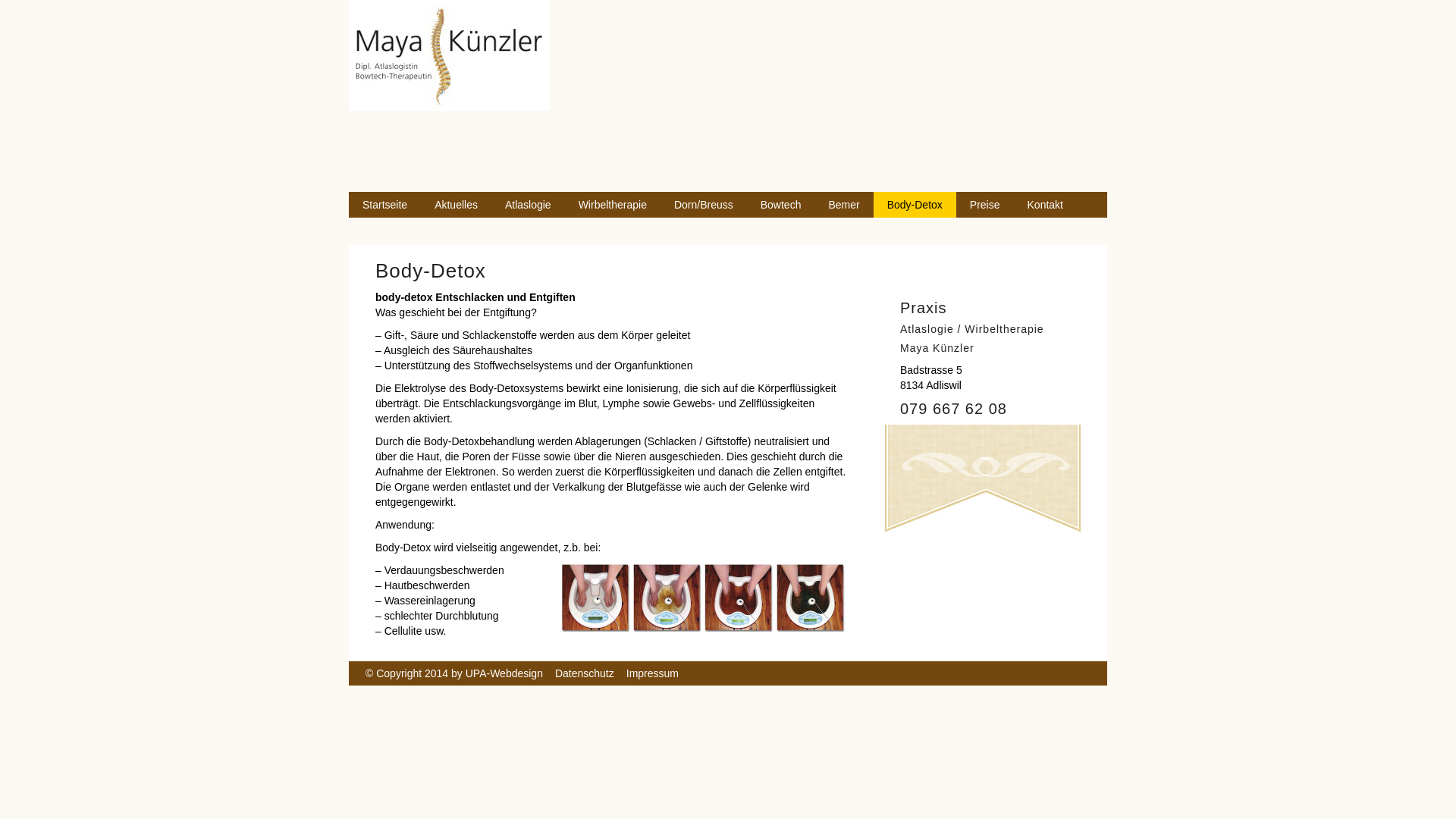 The height and width of the screenshot is (819, 1456). Describe the element at coordinates (746, 205) in the screenshot. I see `'Bowtech'` at that location.